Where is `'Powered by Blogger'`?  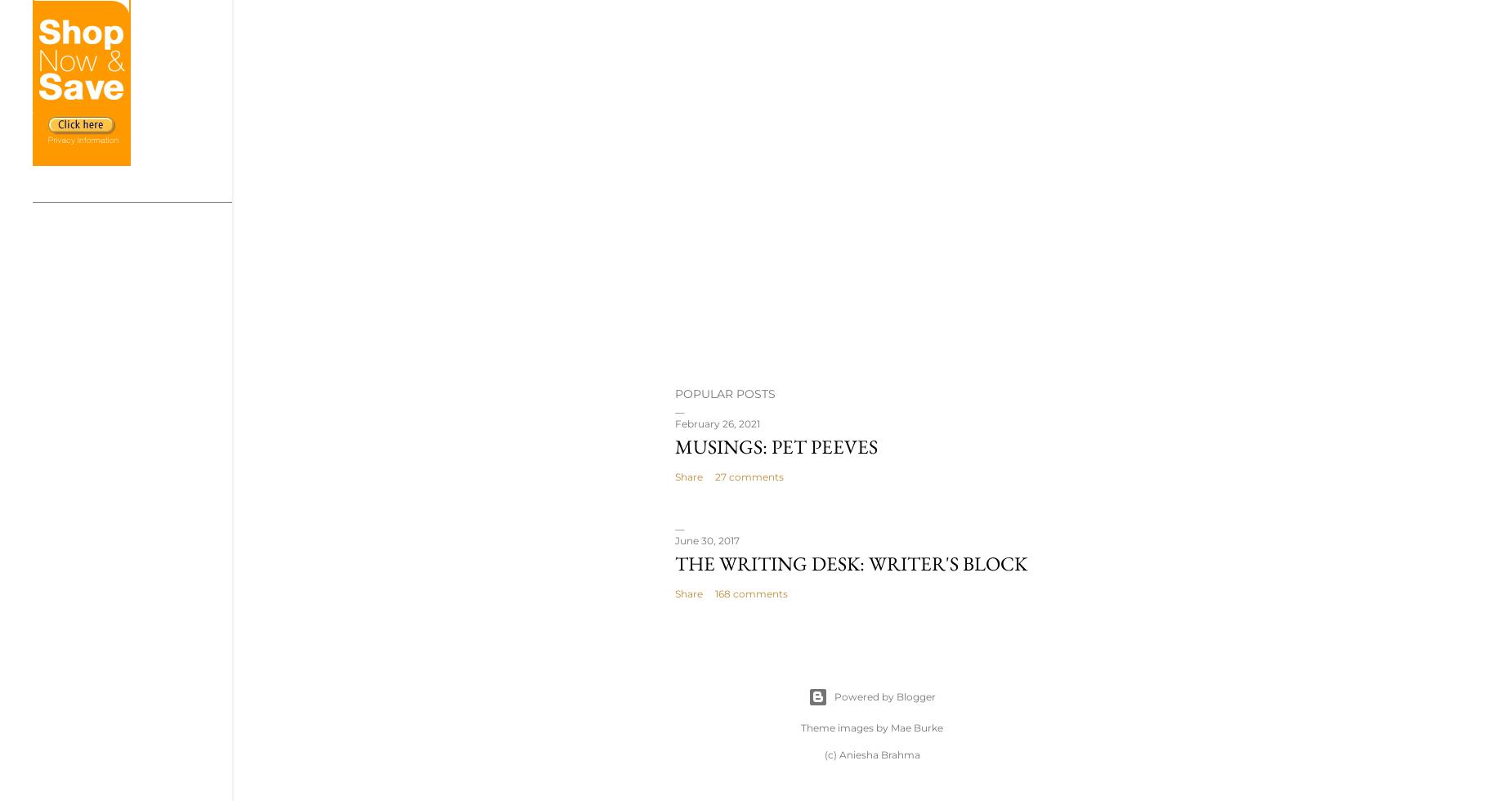 'Powered by Blogger' is located at coordinates (883, 696).